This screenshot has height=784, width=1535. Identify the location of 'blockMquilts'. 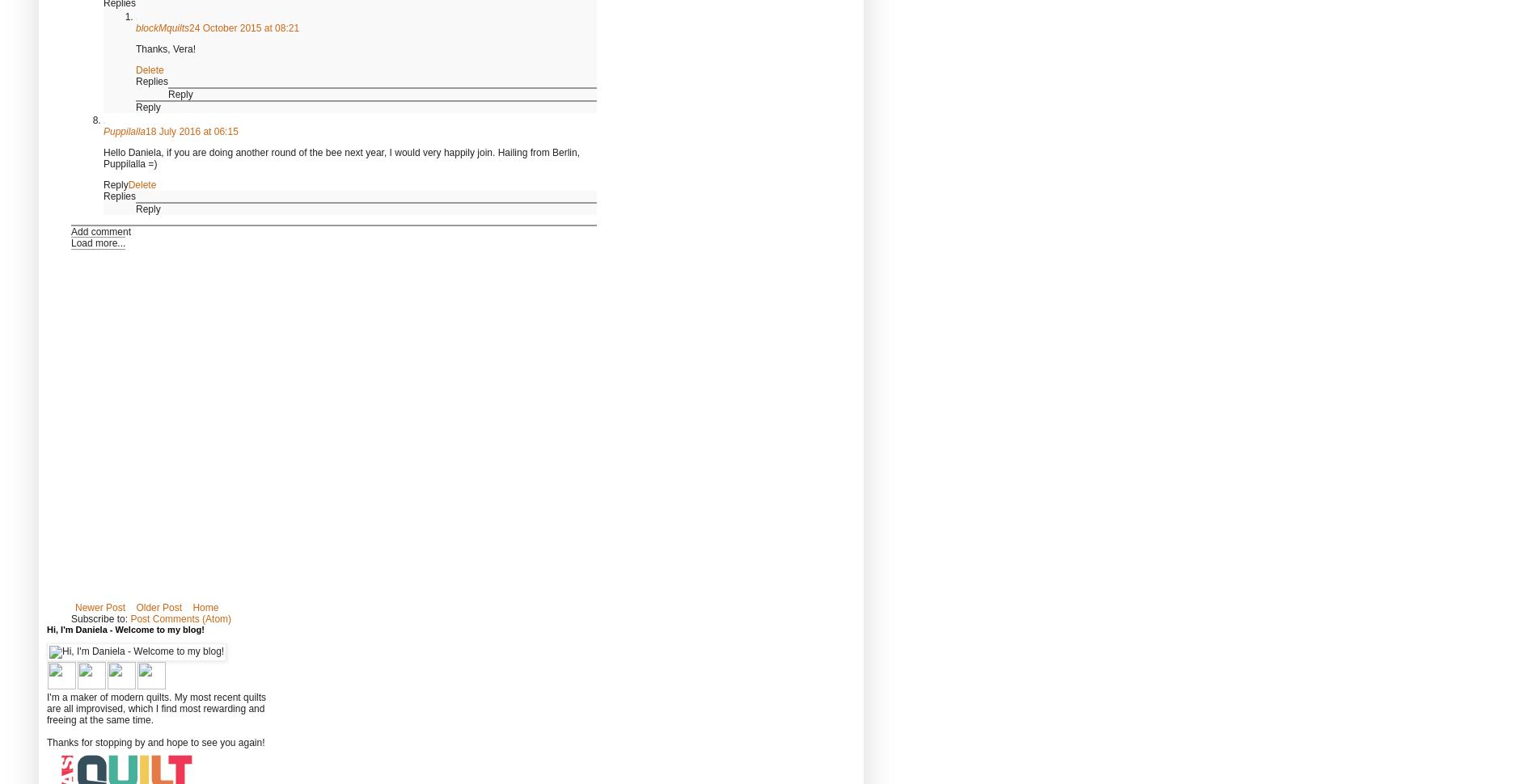
(161, 27).